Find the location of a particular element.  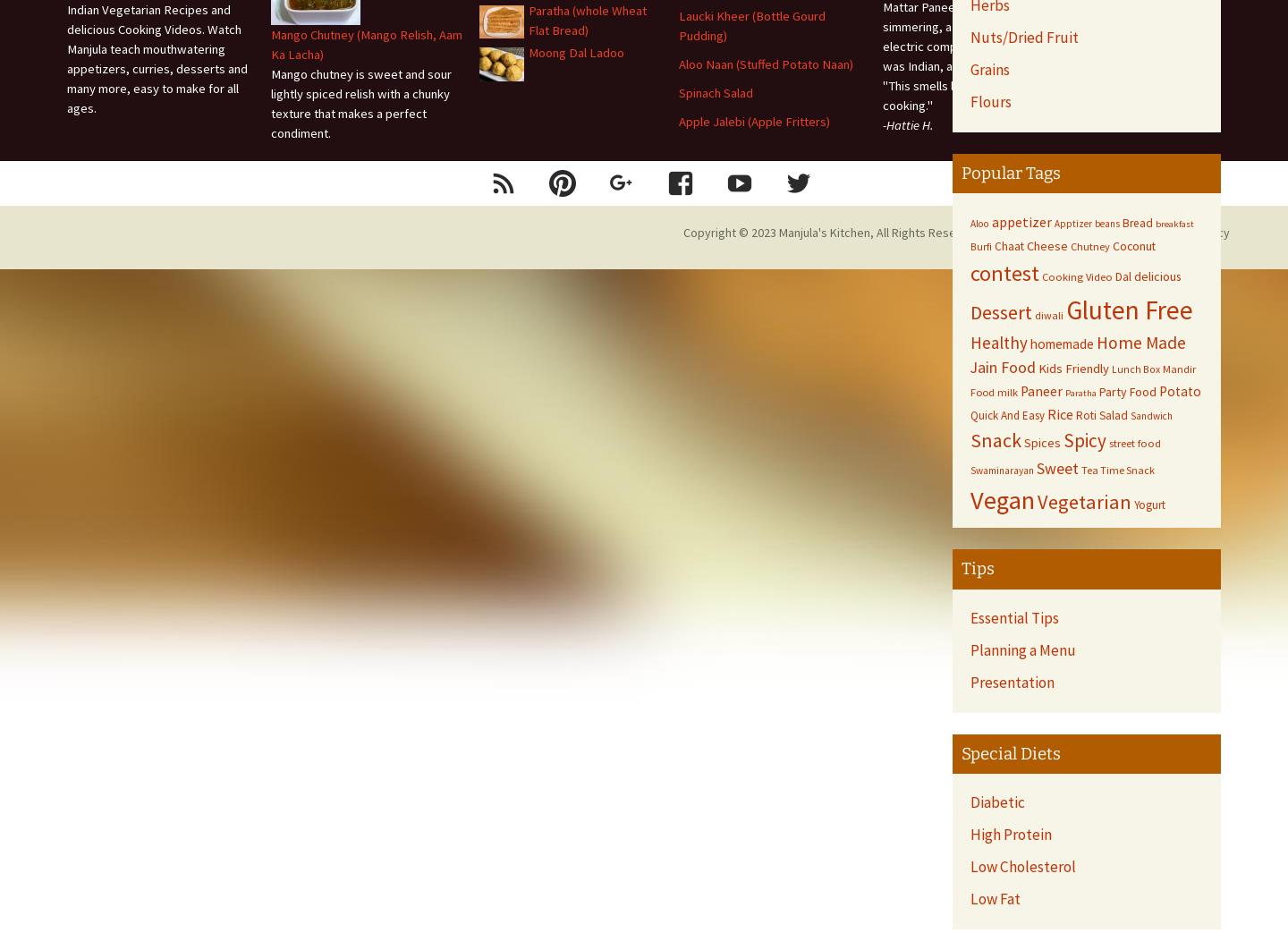

'Mango chutney is sweet and sour lightly spiced relish with a chunky texture that makes a perfect condiment.' is located at coordinates (360, 103).